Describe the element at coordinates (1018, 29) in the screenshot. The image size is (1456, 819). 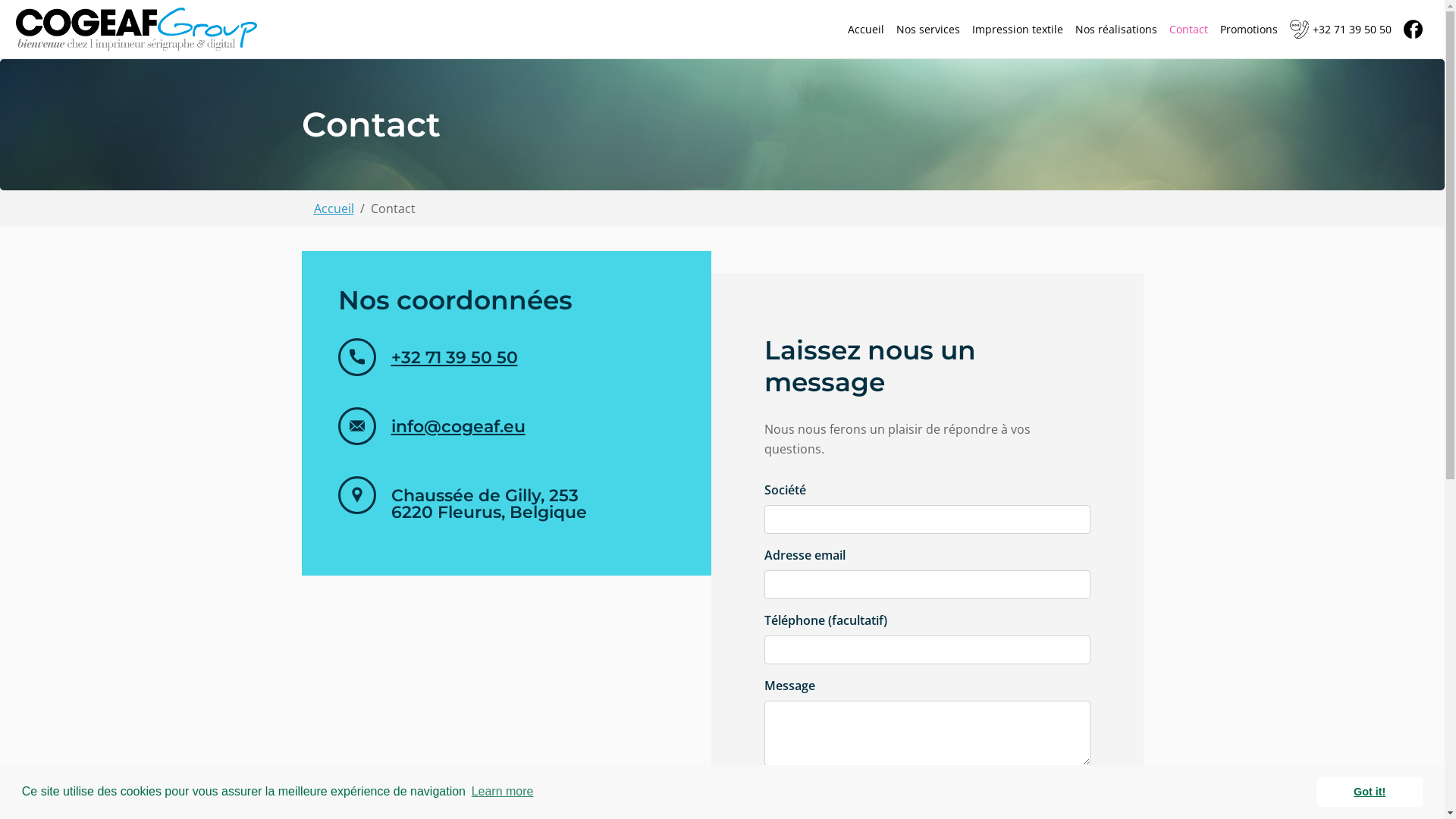
I see `'Impression textile'` at that location.